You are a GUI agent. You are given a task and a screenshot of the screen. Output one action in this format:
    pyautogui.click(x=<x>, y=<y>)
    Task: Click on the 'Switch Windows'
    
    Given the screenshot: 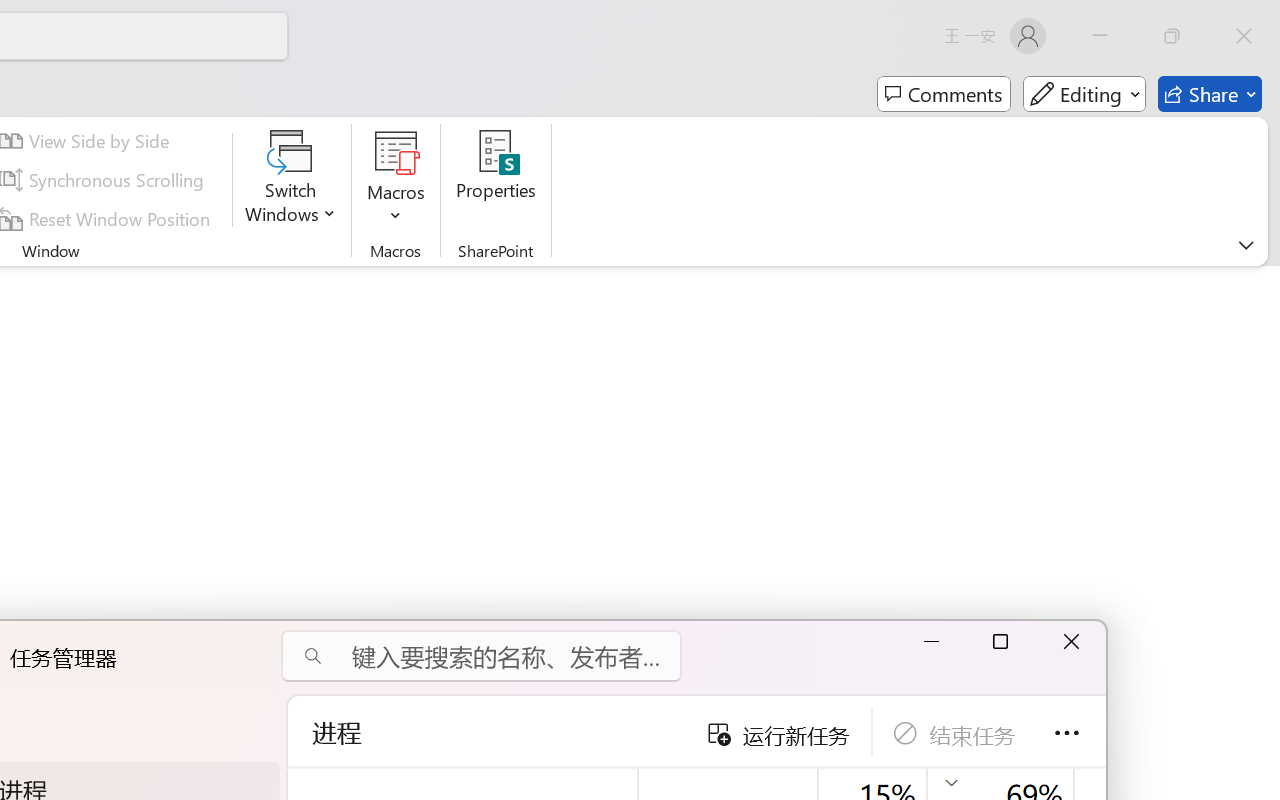 What is the action you would take?
    pyautogui.click(x=290, y=179)
    